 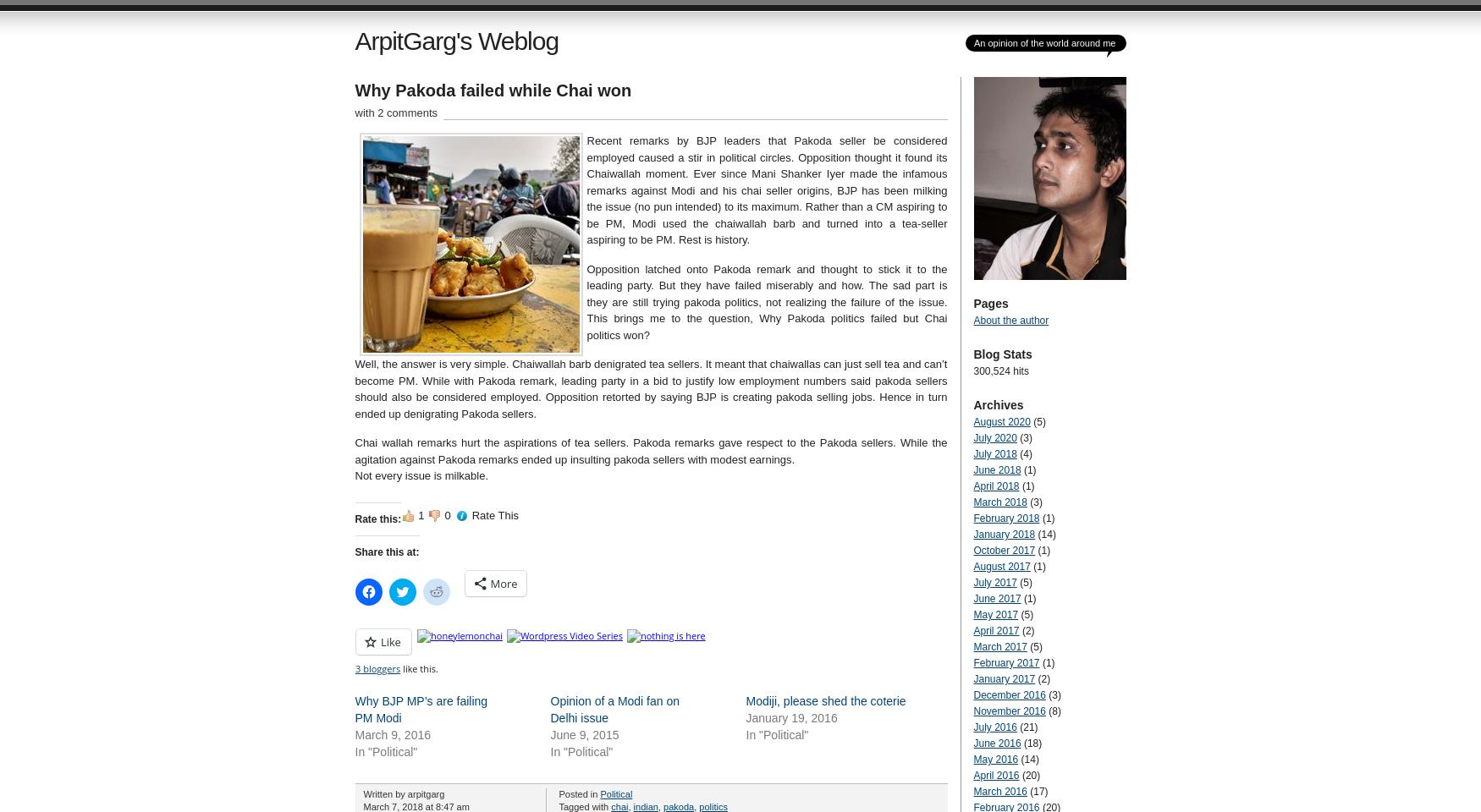 What do you see at coordinates (994, 453) in the screenshot?
I see `'July 2018'` at bounding box center [994, 453].